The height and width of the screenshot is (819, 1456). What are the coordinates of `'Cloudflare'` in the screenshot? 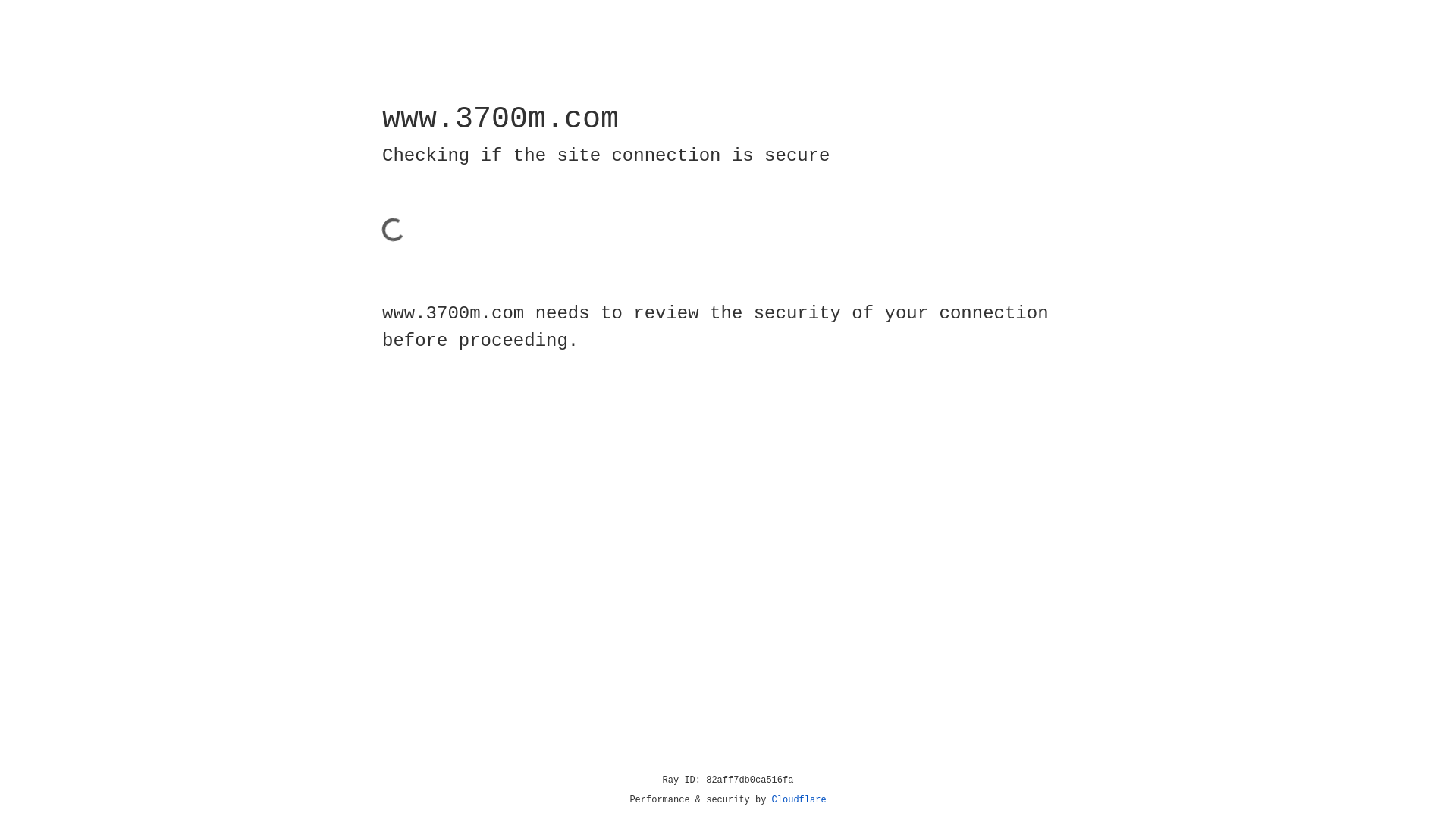 It's located at (799, 799).